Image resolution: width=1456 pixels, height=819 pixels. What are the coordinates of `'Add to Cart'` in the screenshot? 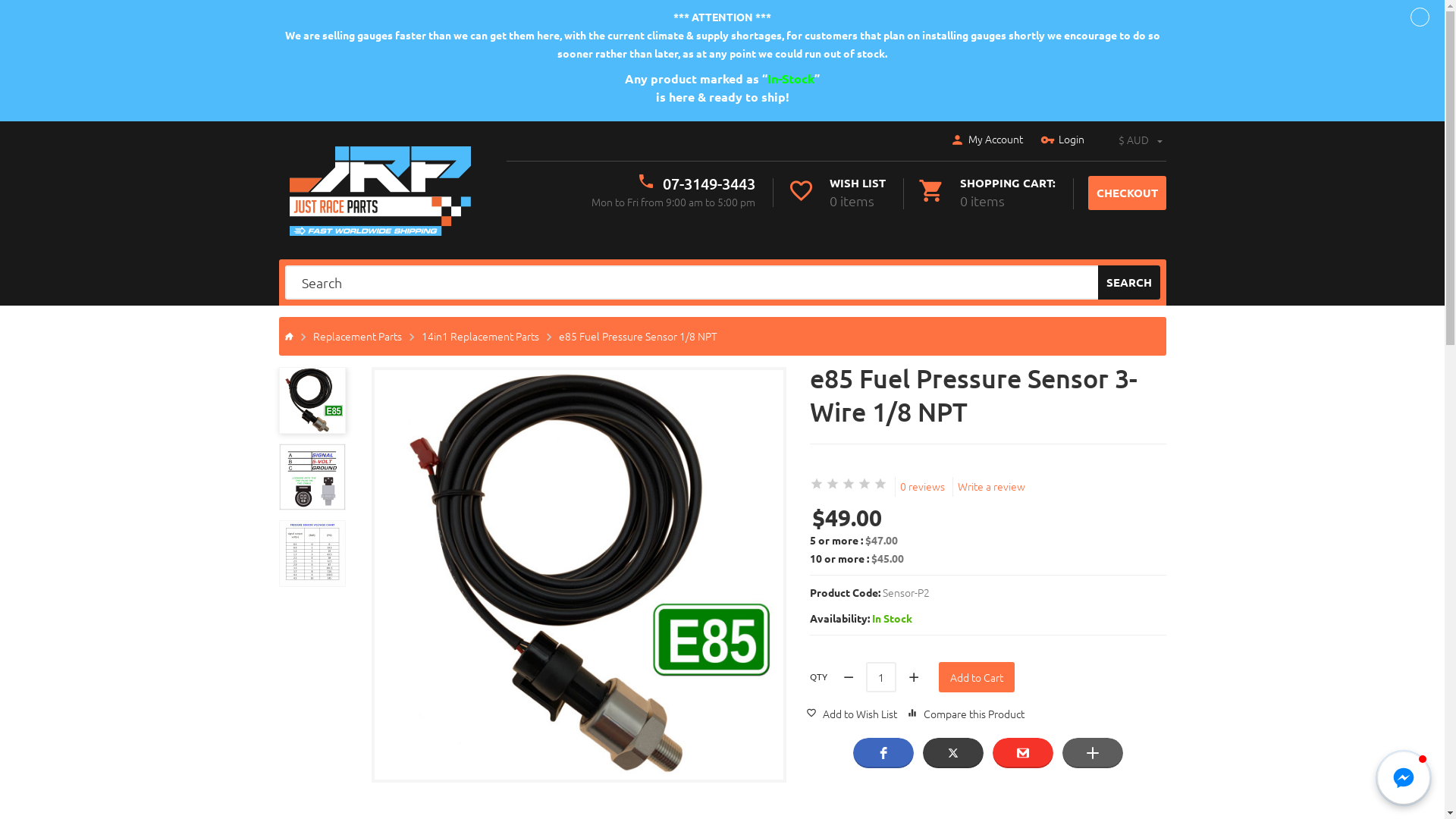 It's located at (976, 676).